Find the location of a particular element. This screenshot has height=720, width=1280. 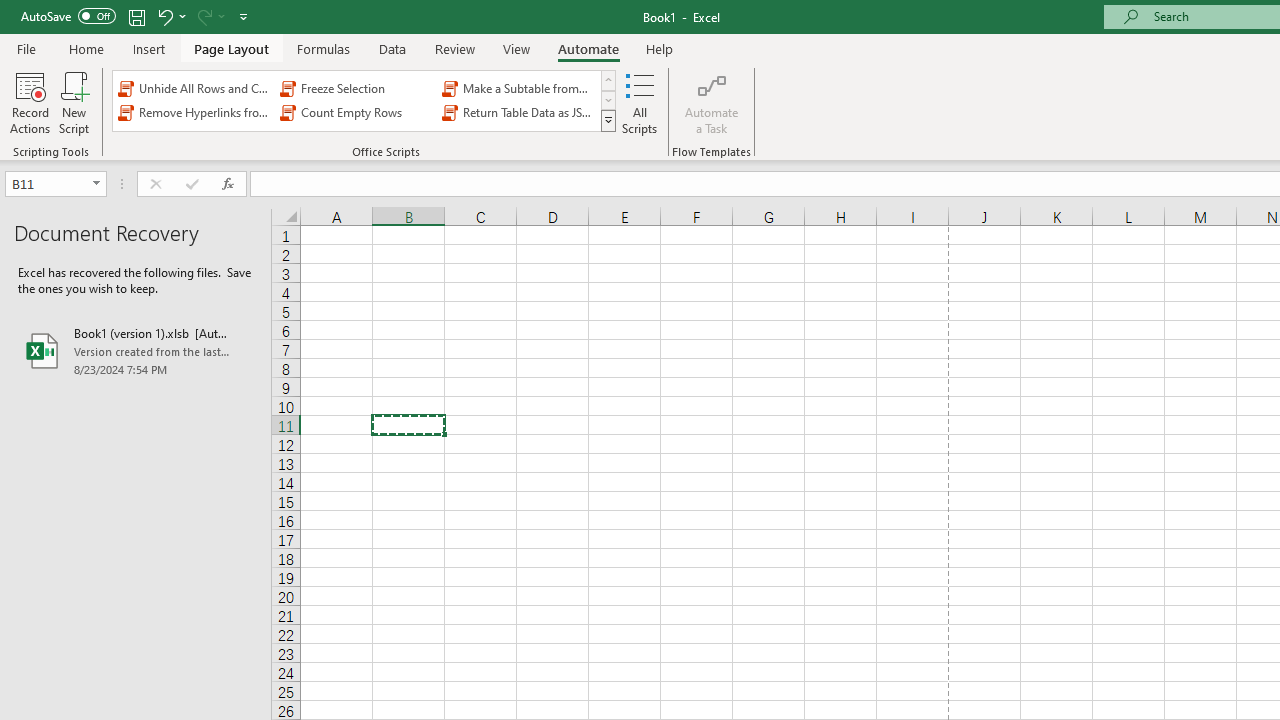

'Count Empty Rows' is located at coordinates (357, 113).